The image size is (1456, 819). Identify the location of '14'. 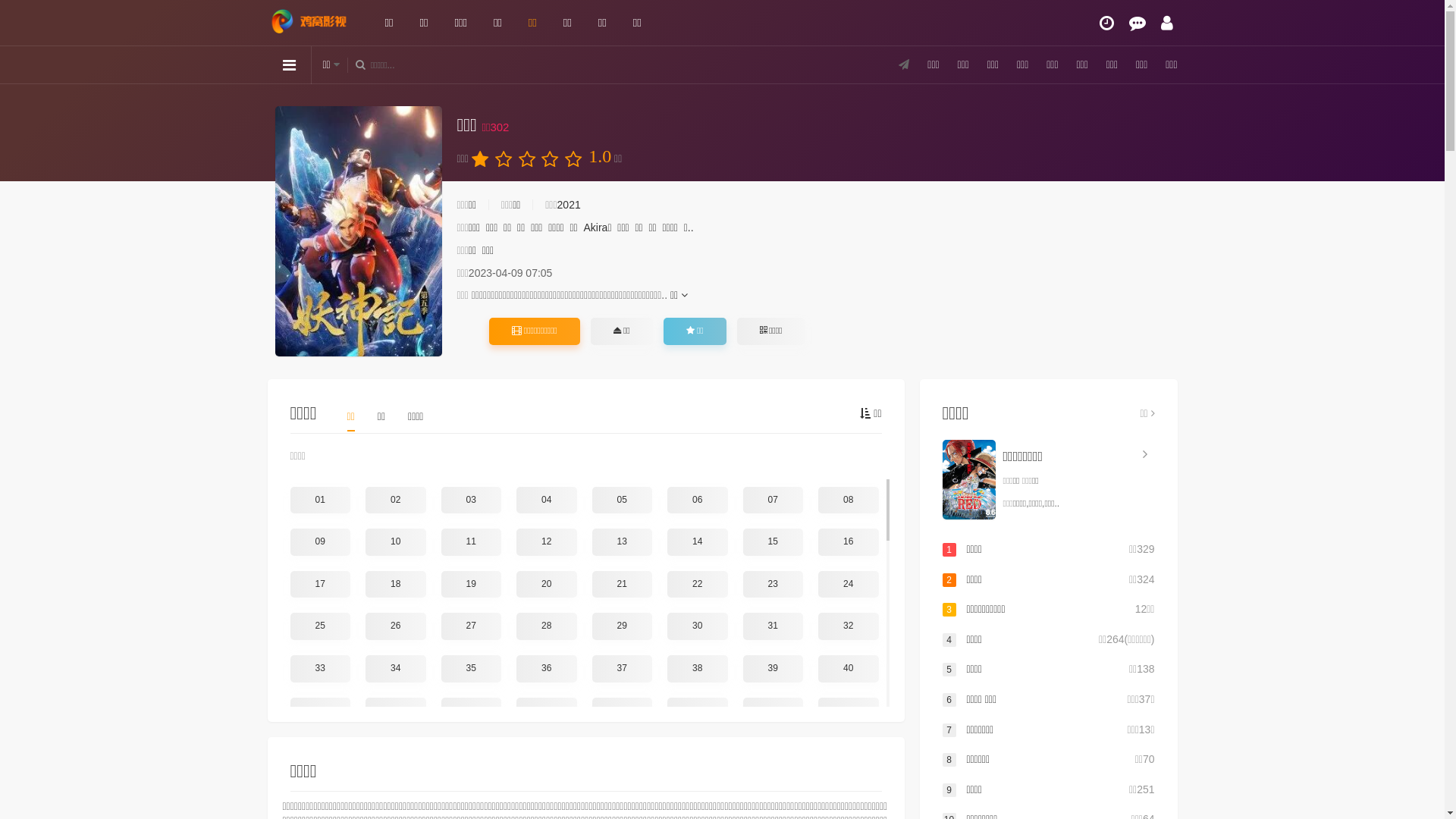
(697, 541).